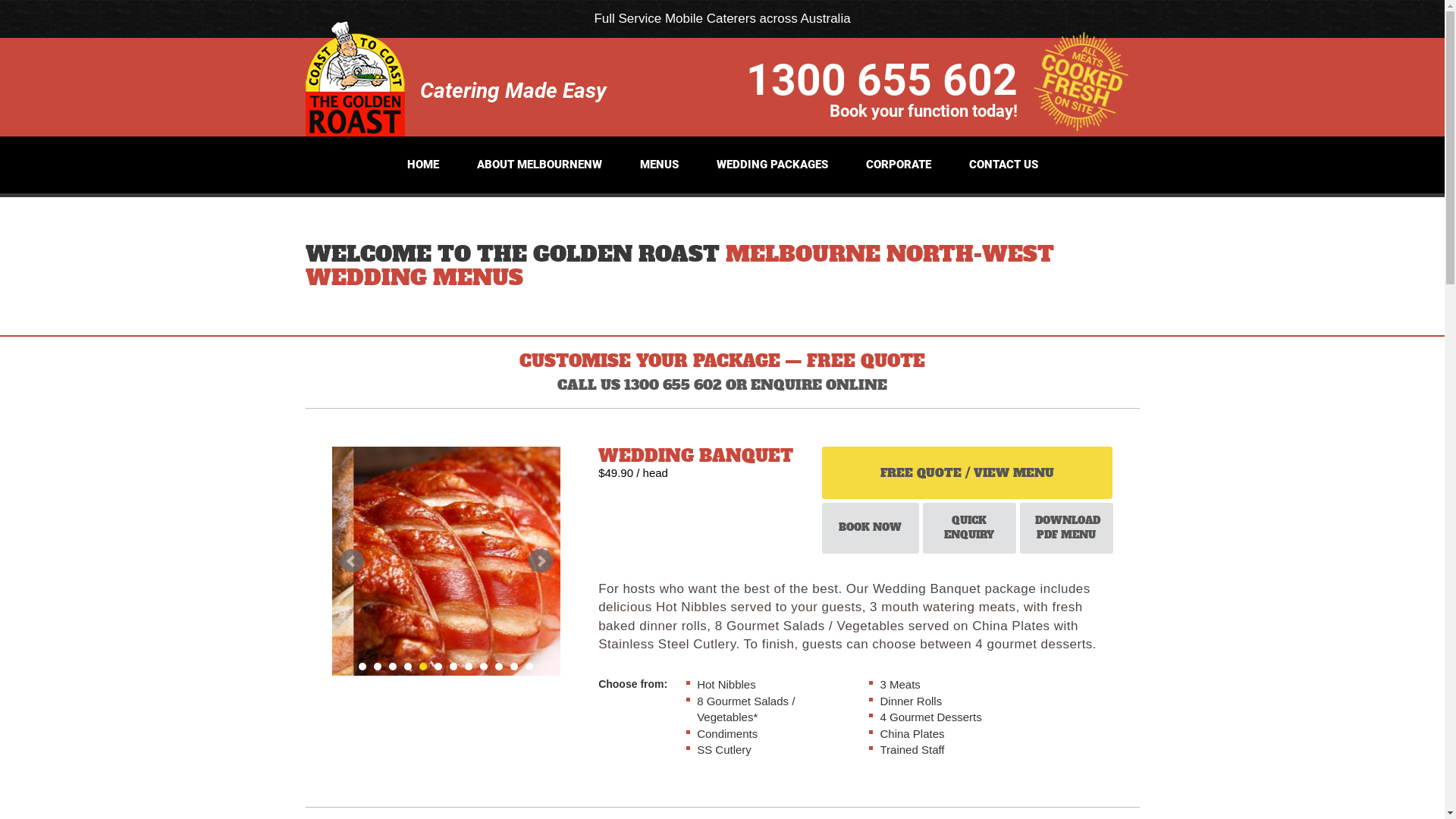 The image size is (1456, 819). Describe the element at coordinates (858, 165) in the screenshot. I see `'CORPORATE'` at that location.